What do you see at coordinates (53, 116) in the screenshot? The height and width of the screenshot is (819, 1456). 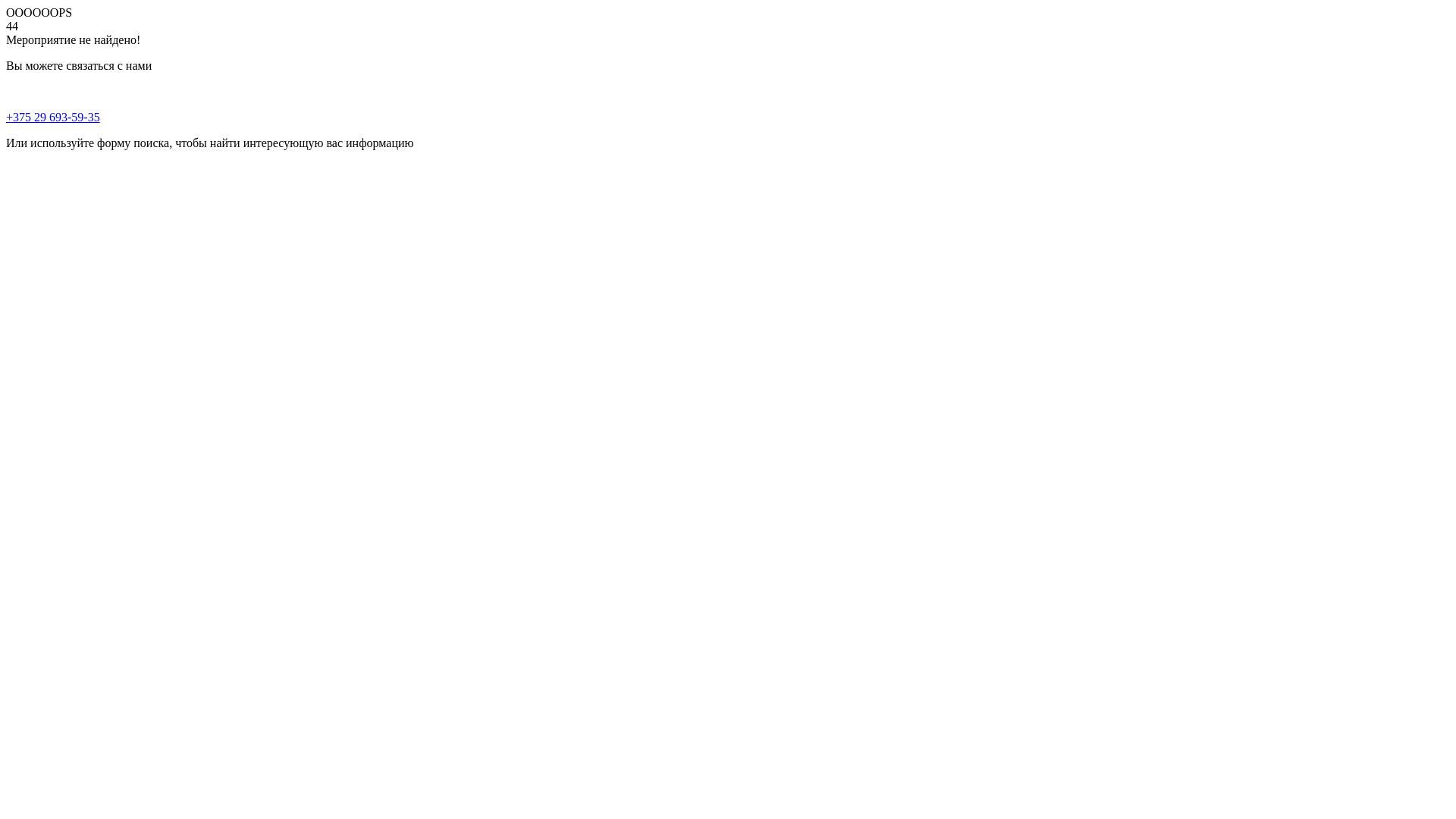 I see `'+375 29 693-59-35'` at bounding box center [53, 116].